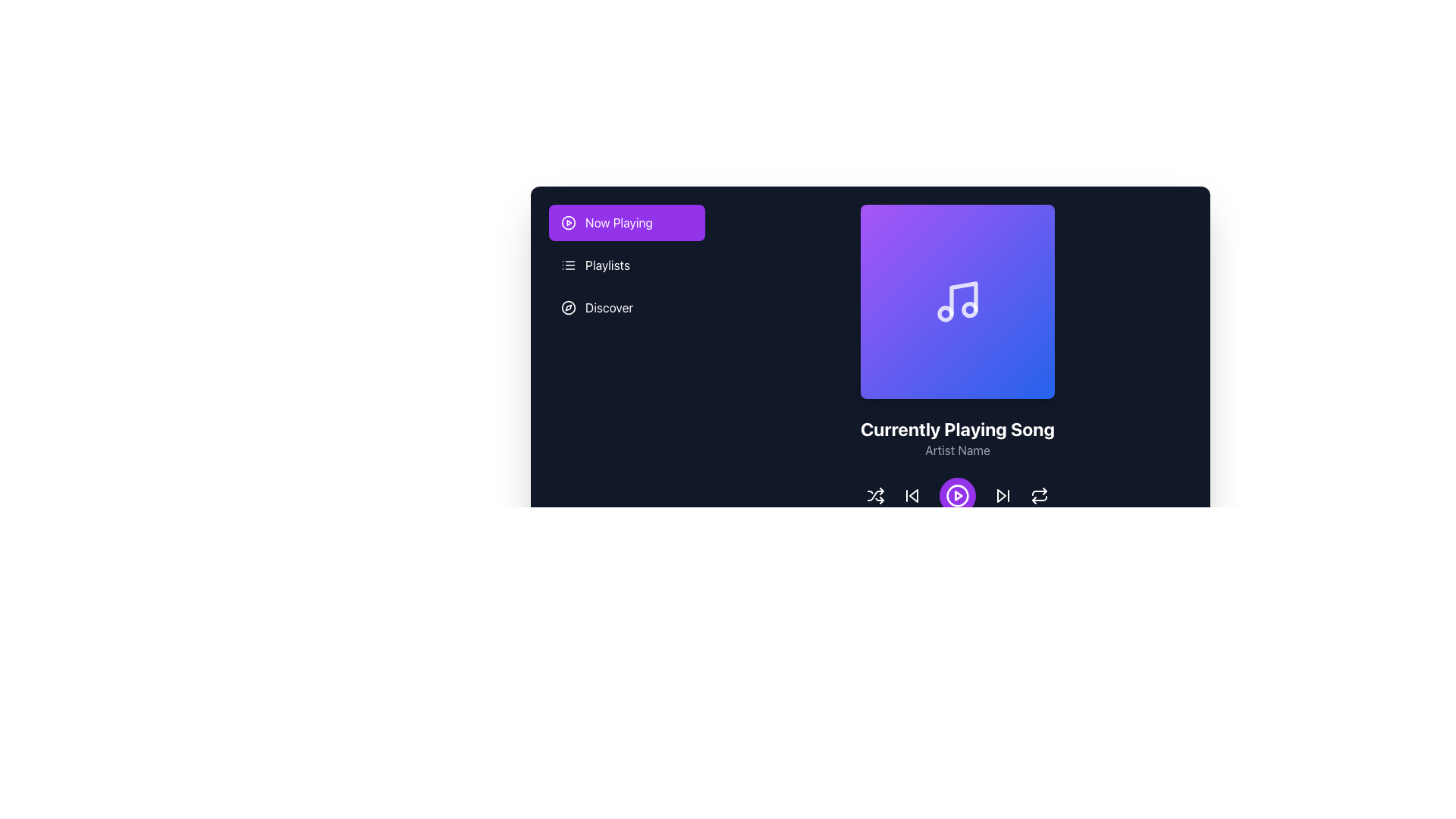 Image resolution: width=1456 pixels, height=819 pixels. What do you see at coordinates (956, 438) in the screenshot?
I see `the text display element that shows 'Currently Playing Song' and 'Artist Name', positioned centrally below the musical note icon` at bounding box center [956, 438].